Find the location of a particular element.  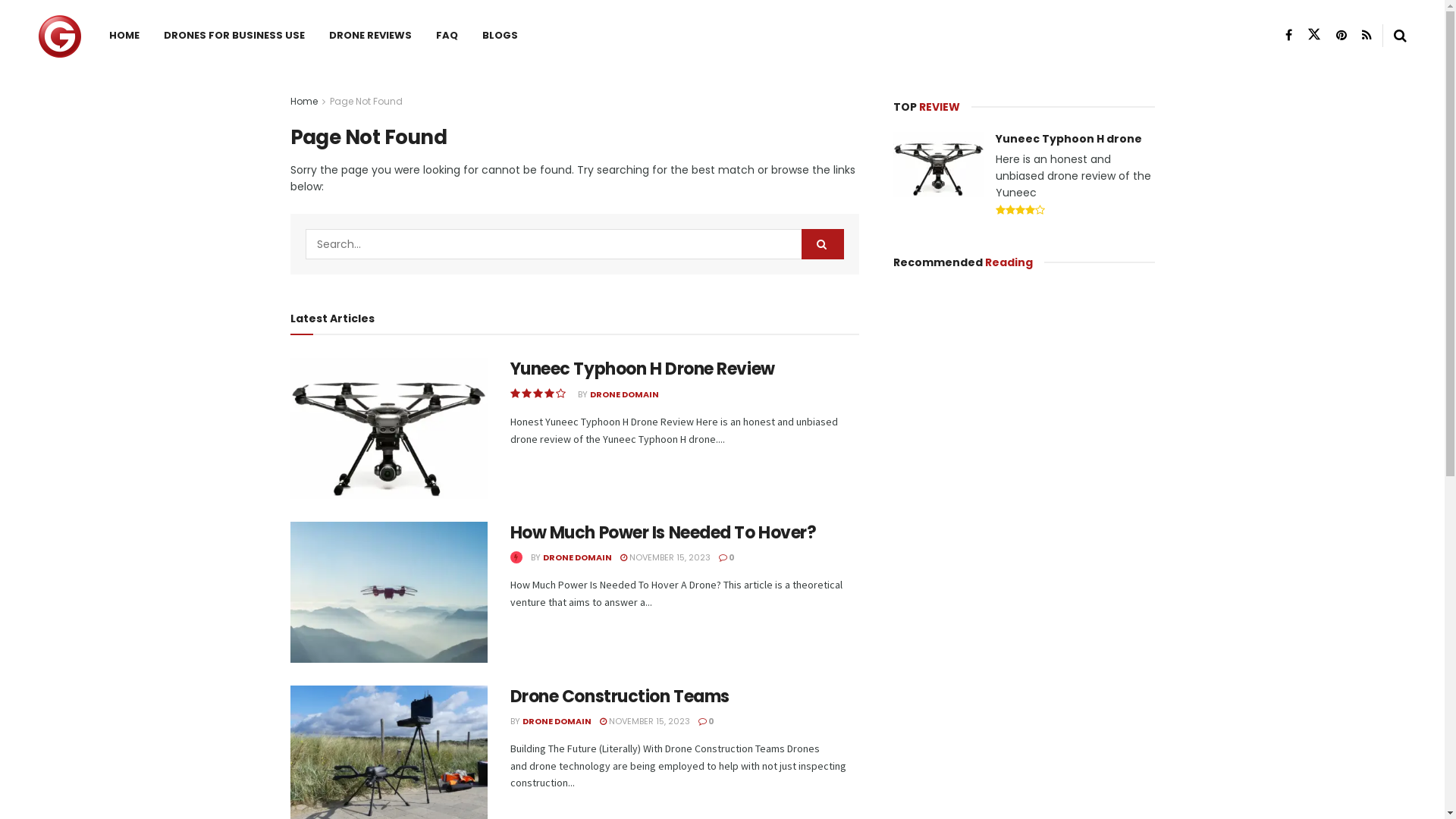

'Page Not Found' is located at coordinates (328, 101).